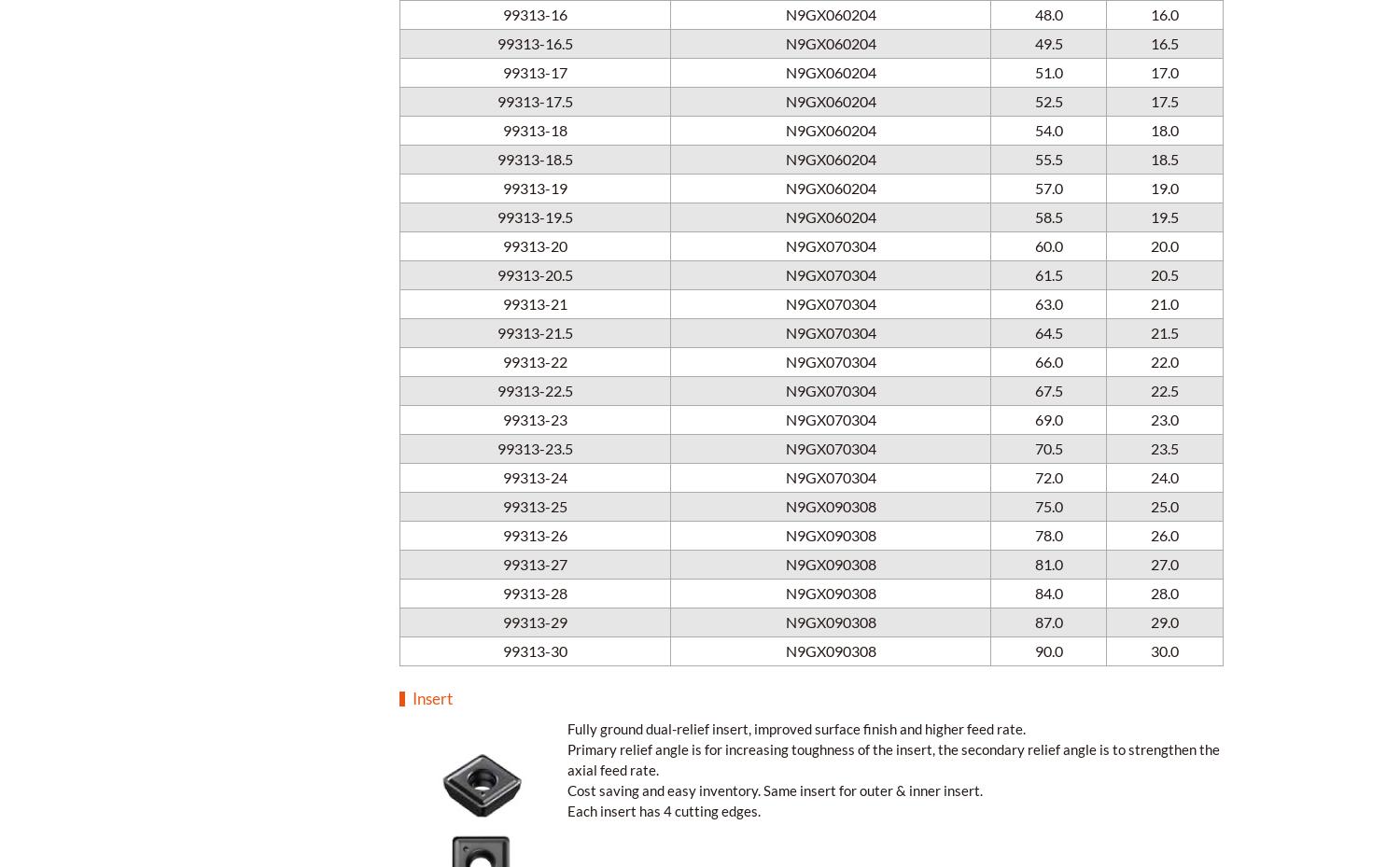 The image size is (1400, 867). Describe the element at coordinates (534, 417) in the screenshot. I see `'99313-23'` at that location.